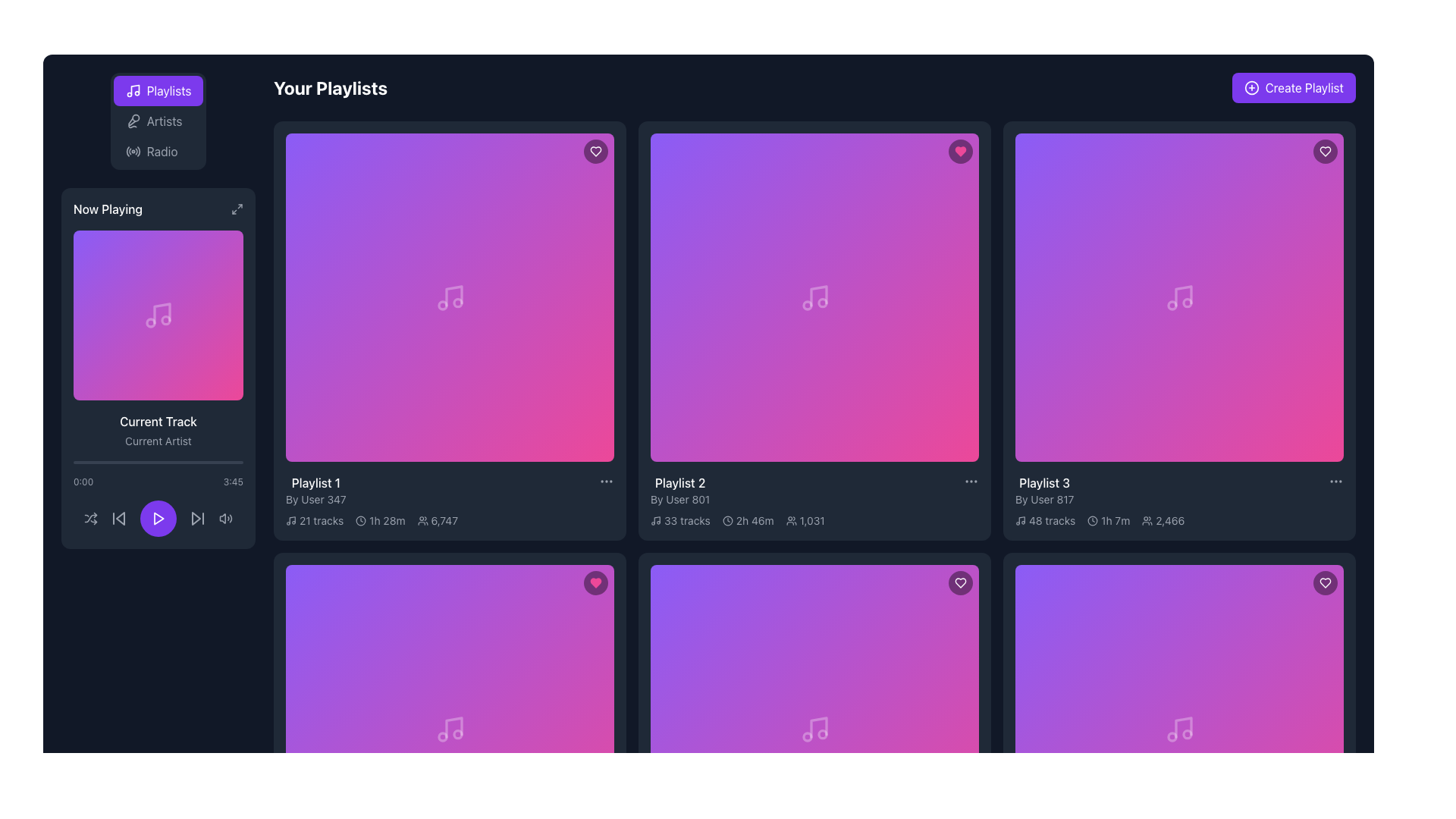 Image resolution: width=1456 pixels, height=819 pixels. I want to click on the Icon with Text displaying '1h 28m' with a clock icon, located in the bottom-left section of 'Playlist 1', so click(380, 519).